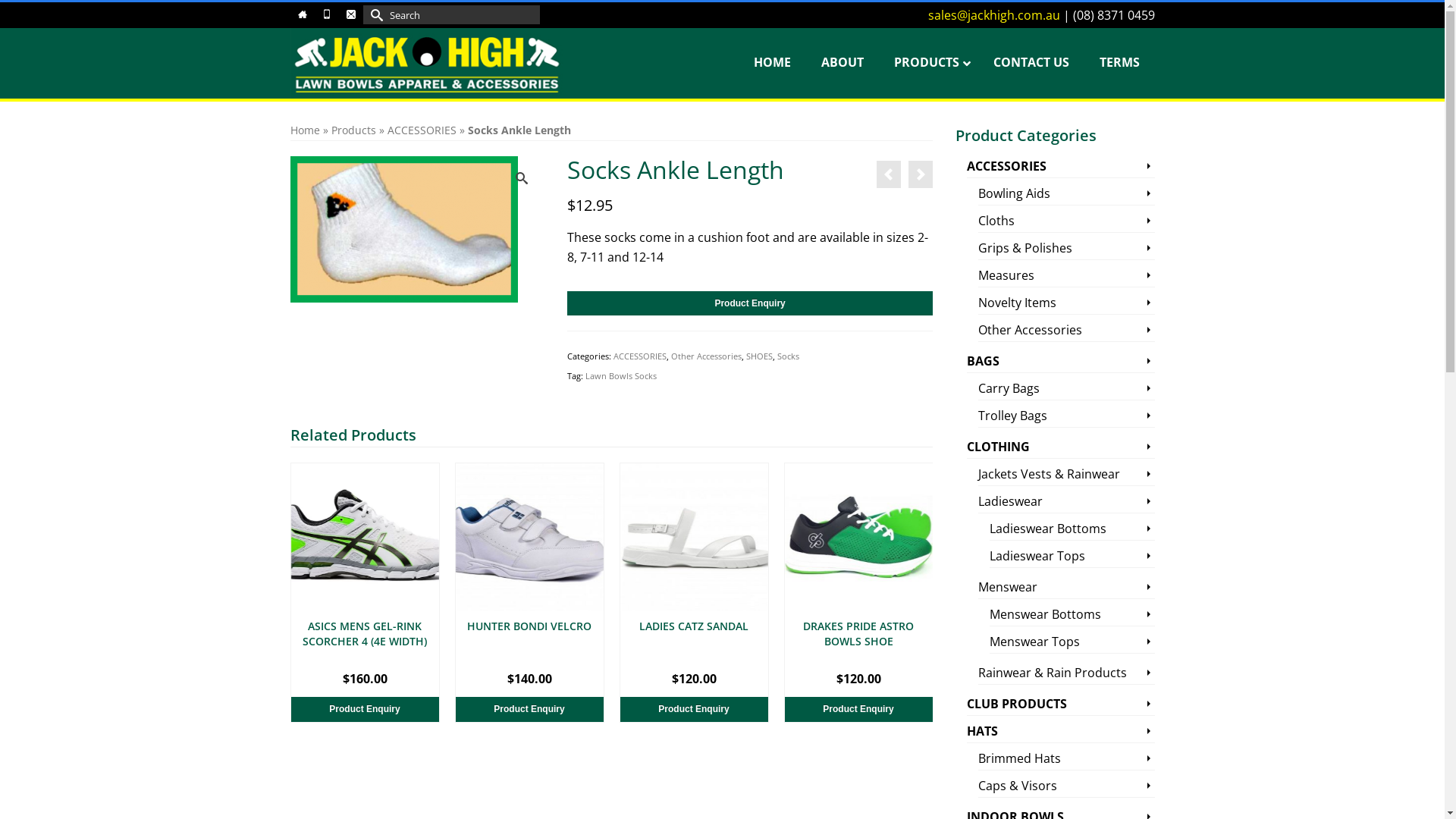 This screenshot has height=819, width=1456. What do you see at coordinates (1065, 586) in the screenshot?
I see `'Menswear'` at bounding box center [1065, 586].